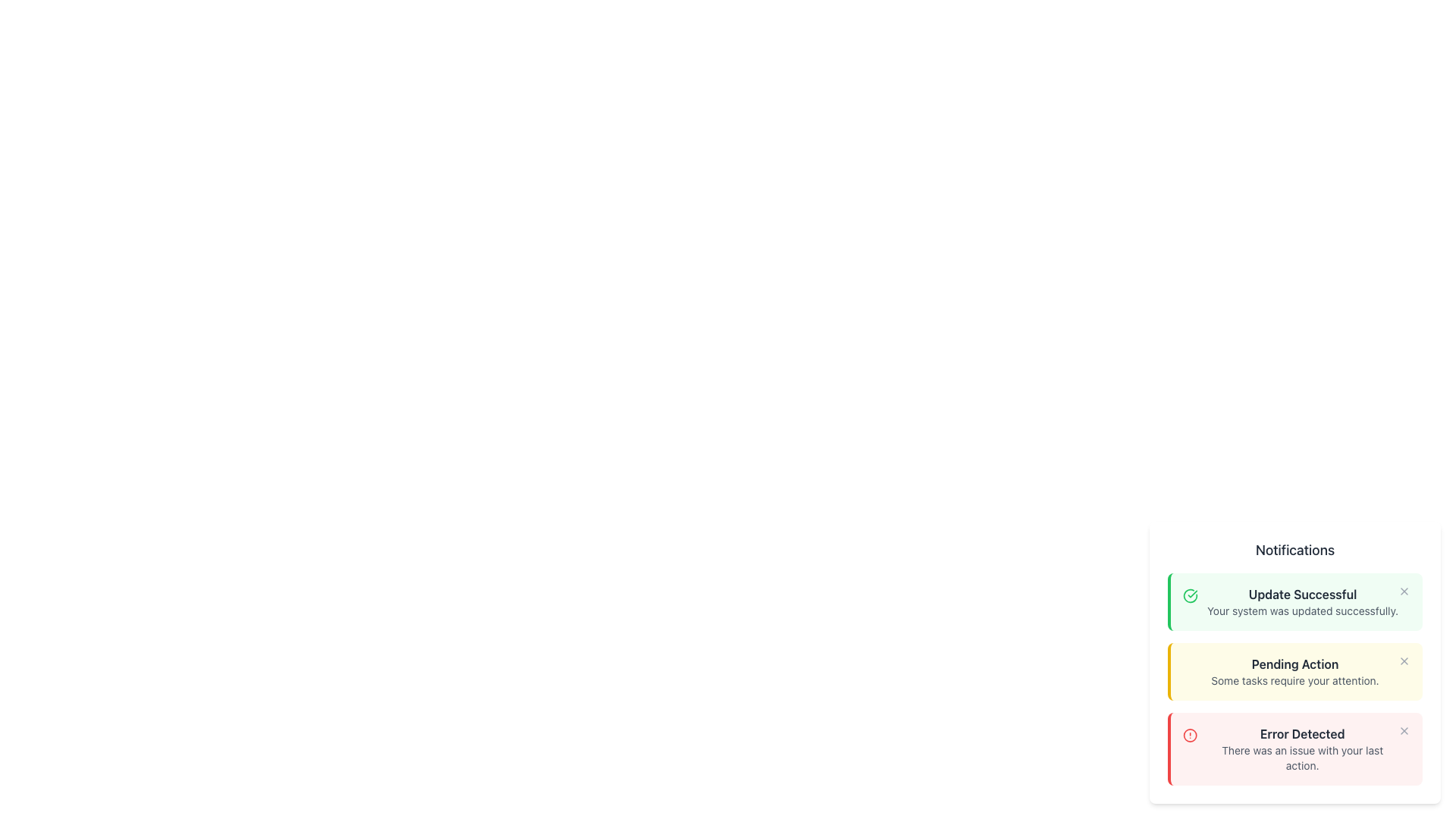 This screenshot has width=1456, height=819. What do you see at coordinates (1295, 671) in the screenshot?
I see `the 'Pending Action' notification card, which has a bolded heading and yellow border, to interact with other elements within or around it` at bounding box center [1295, 671].